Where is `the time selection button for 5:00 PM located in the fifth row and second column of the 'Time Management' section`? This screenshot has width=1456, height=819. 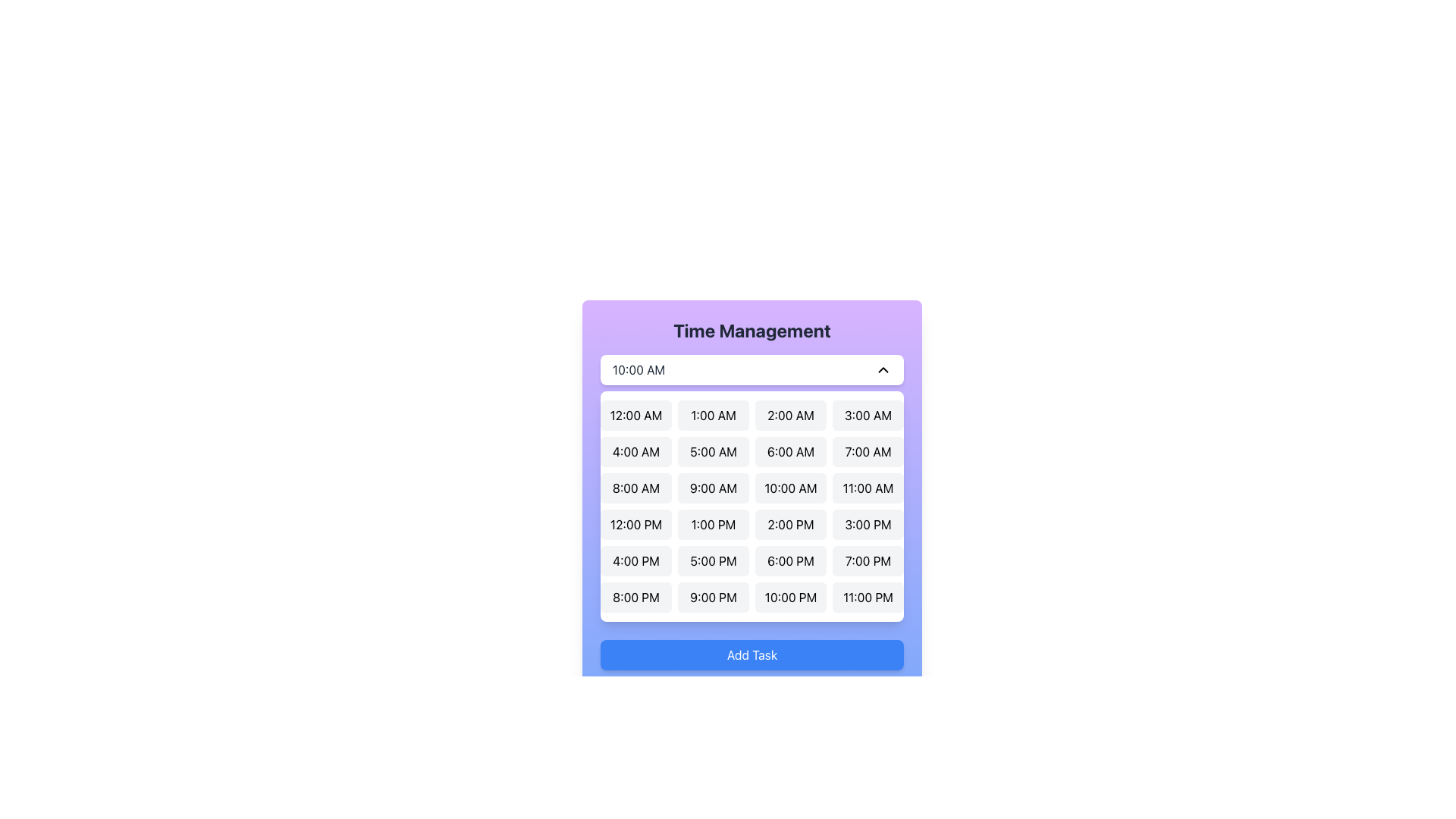 the time selection button for 5:00 PM located in the fifth row and second column of the 'Time Management' section is located at coordinates (712, 561).